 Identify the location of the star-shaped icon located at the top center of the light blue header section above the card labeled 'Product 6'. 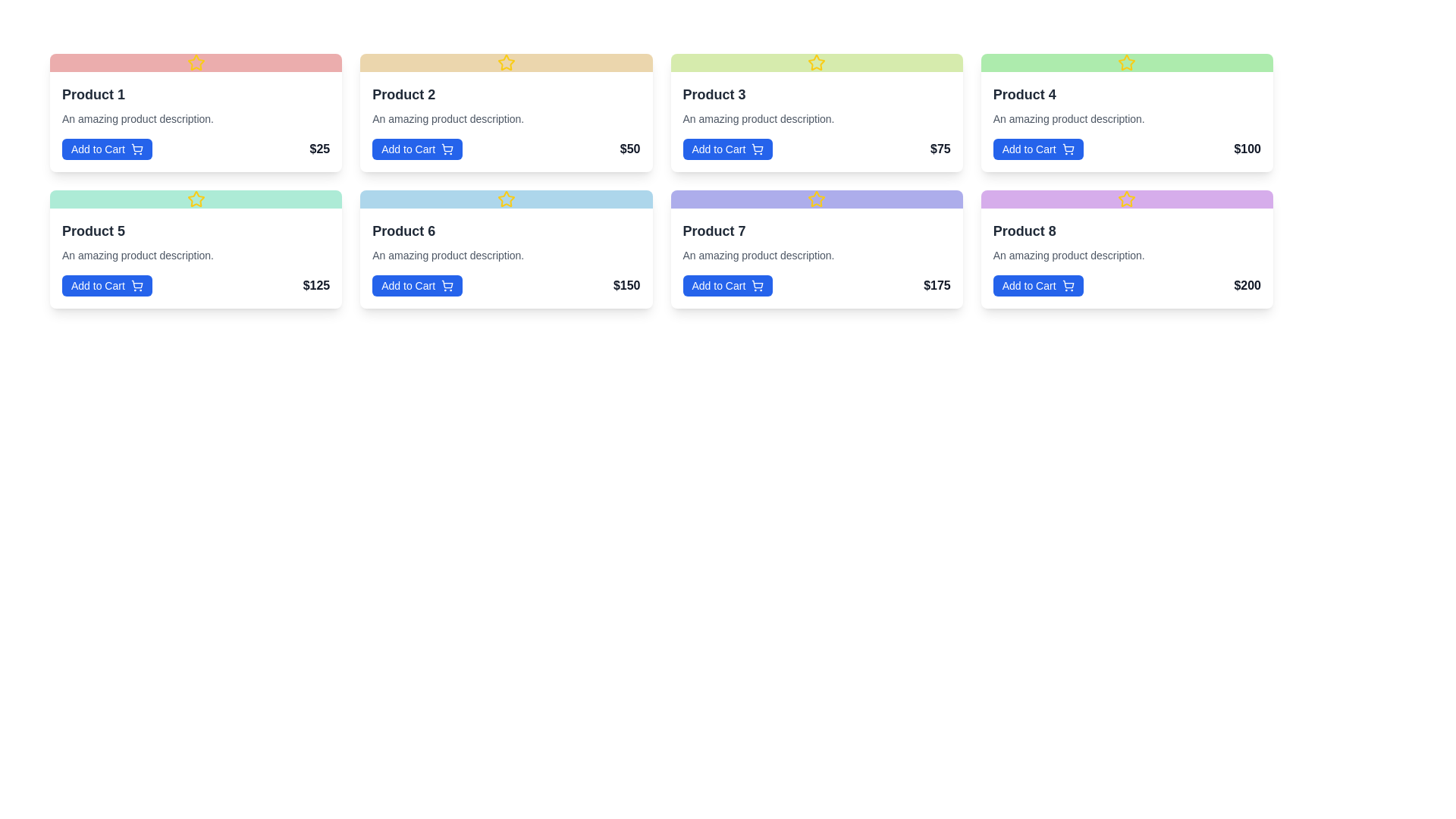
(506, 198).